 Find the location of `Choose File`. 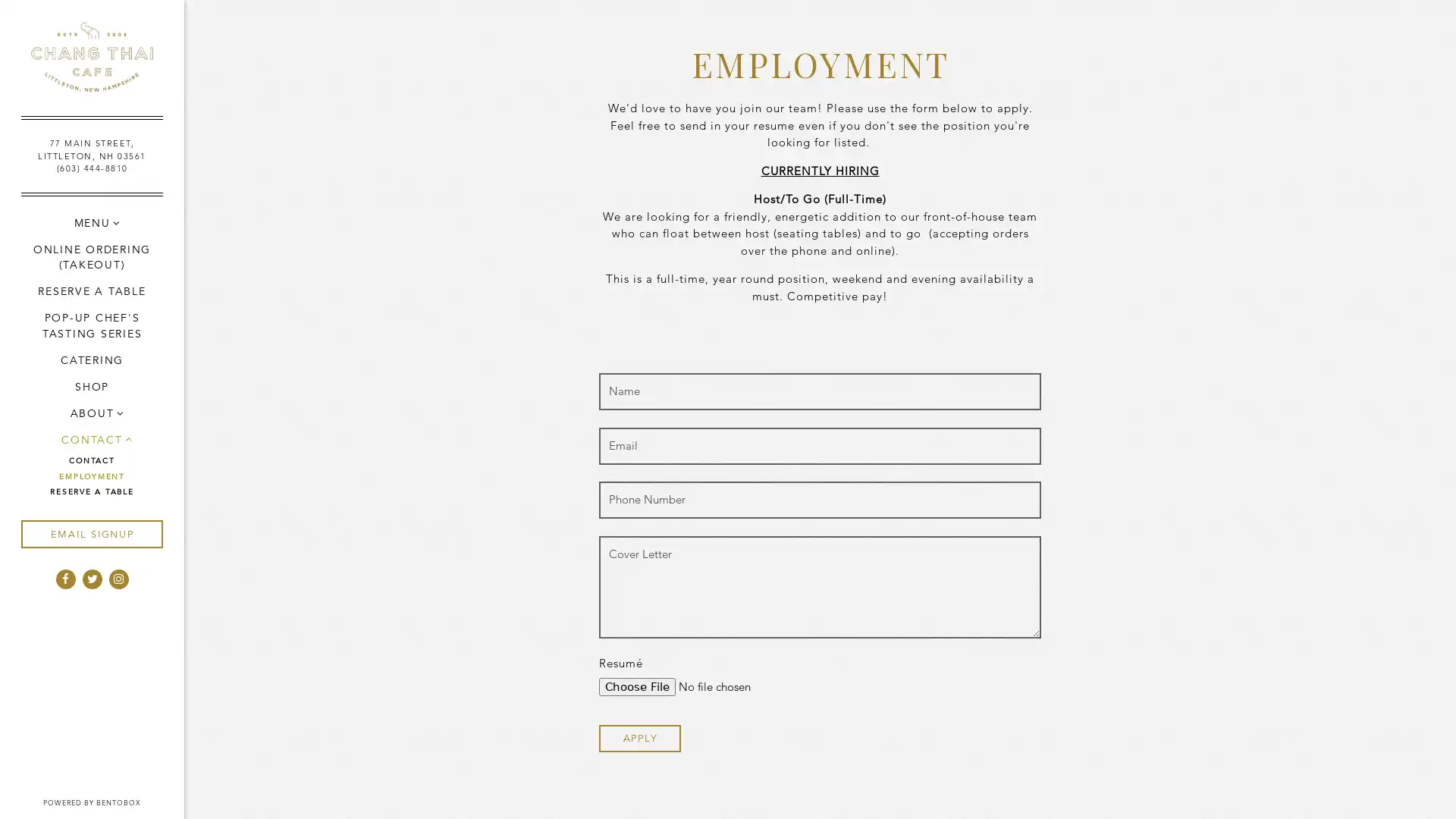

Choose File is located at coordinates (636, 687).